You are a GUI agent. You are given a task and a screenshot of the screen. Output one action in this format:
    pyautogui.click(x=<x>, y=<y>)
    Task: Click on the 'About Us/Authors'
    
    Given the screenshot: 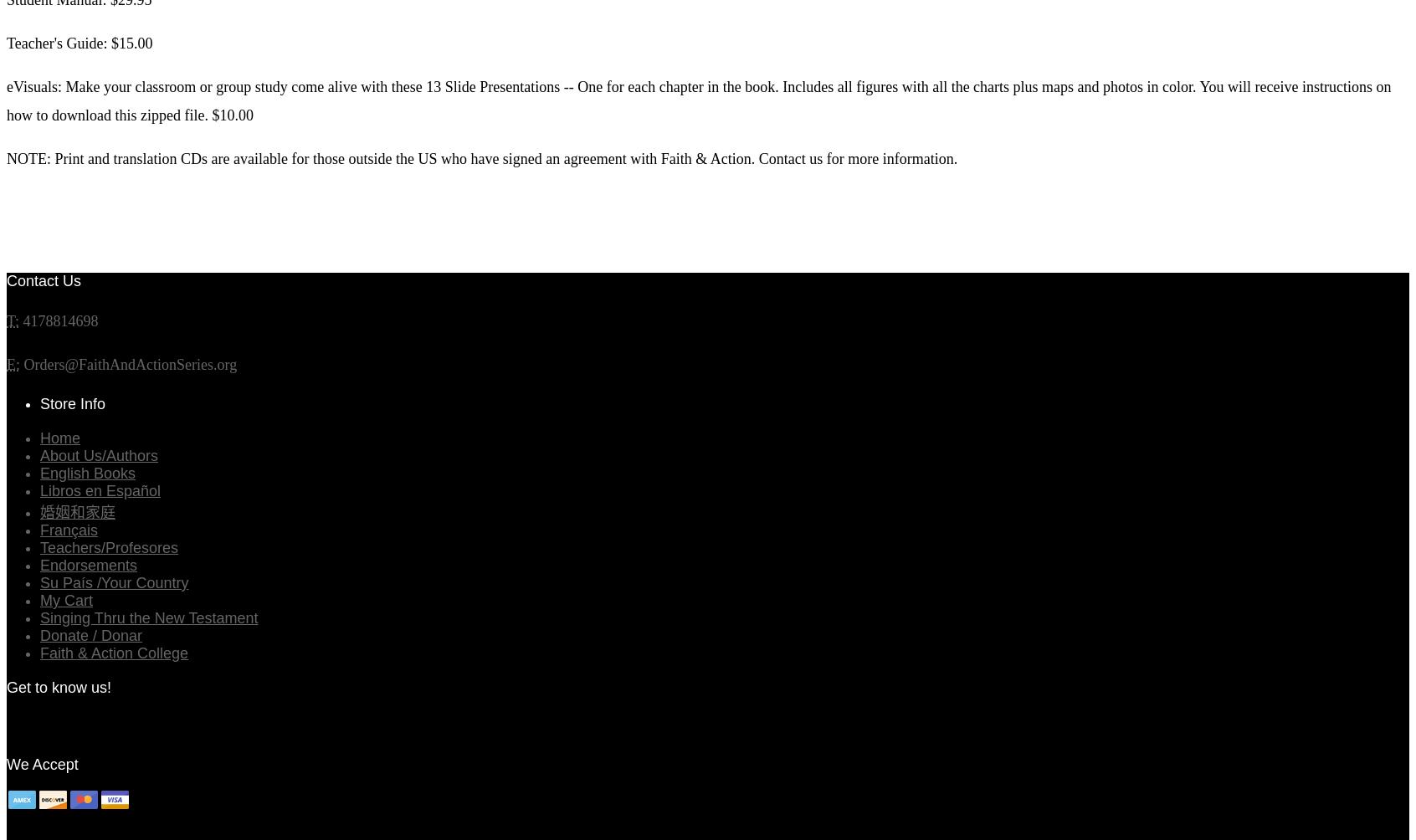 What is the action you would take?
    pyautogui.click(x=99, y=454)
    